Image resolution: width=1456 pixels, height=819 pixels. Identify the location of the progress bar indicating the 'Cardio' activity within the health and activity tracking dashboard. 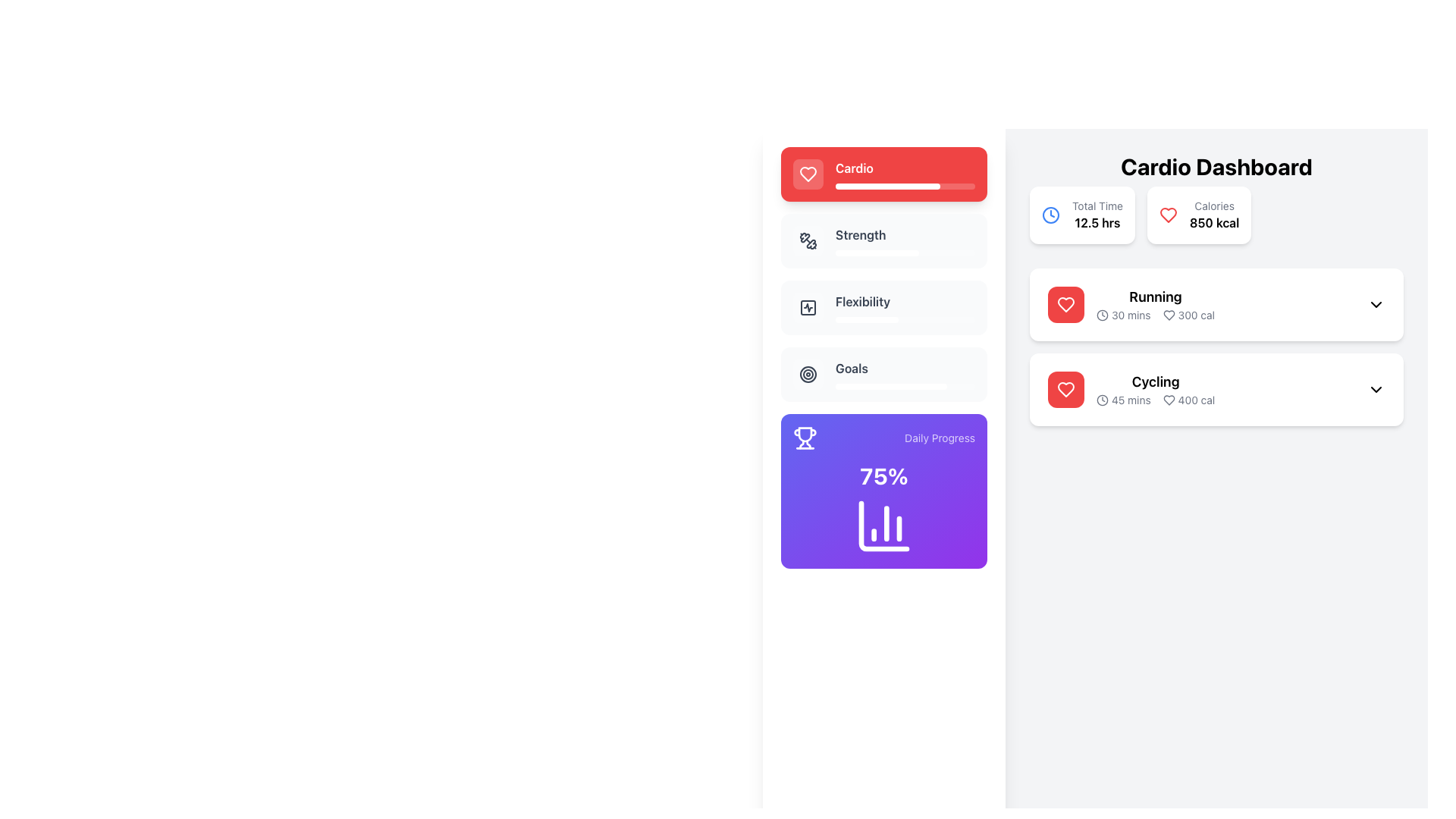
(888, 186).